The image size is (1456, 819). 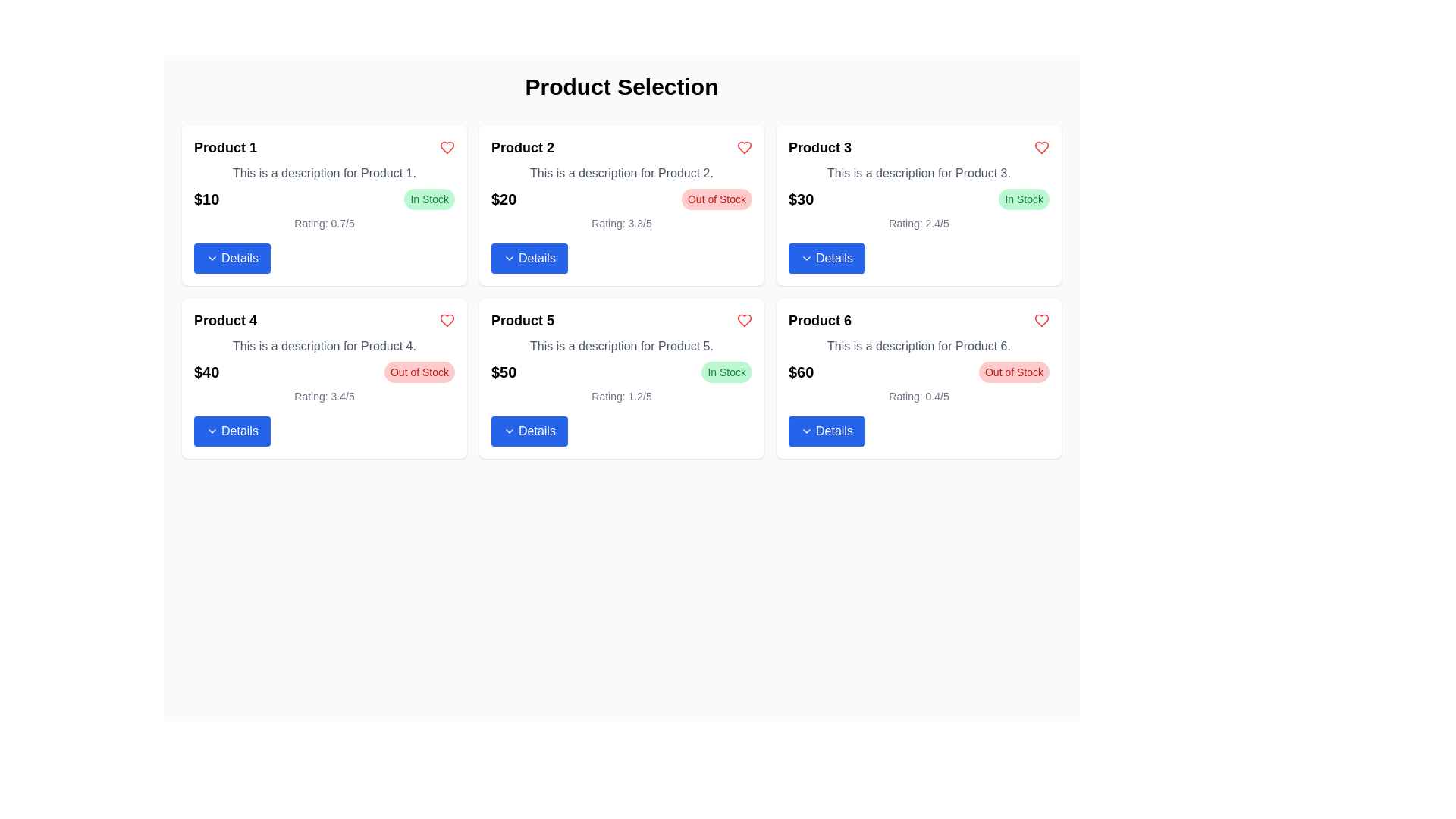 What do you see at coordinates (826, 431) in the screenshot?
I see `the button located at the bottom of the card for 'Product 6' in the rightmost column of the second row` at bounding box center [826, 431].